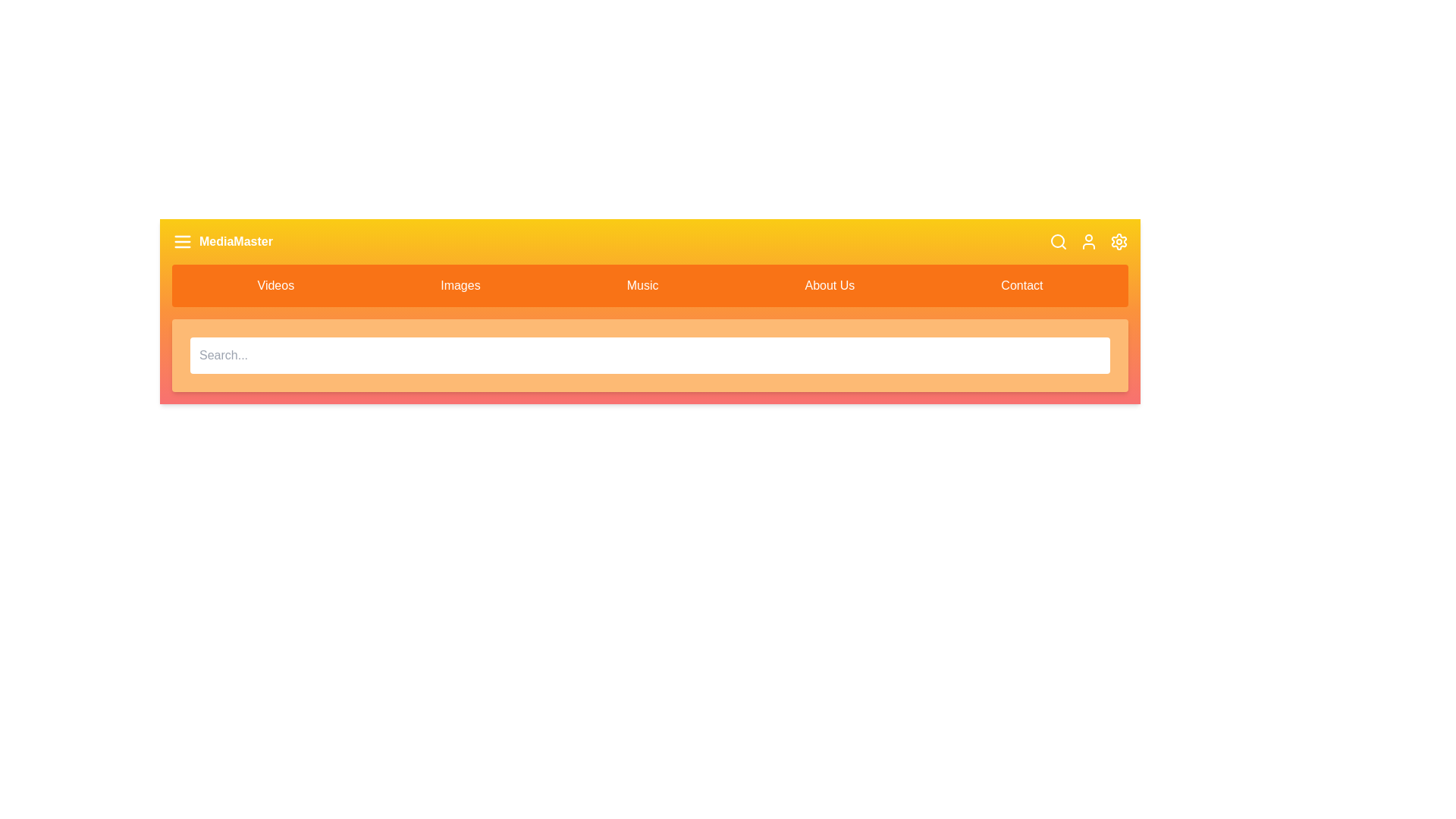 The image size is (1456, 819). I want to click on the menu button to toggle the visibility of the menu, so click(182, 241).